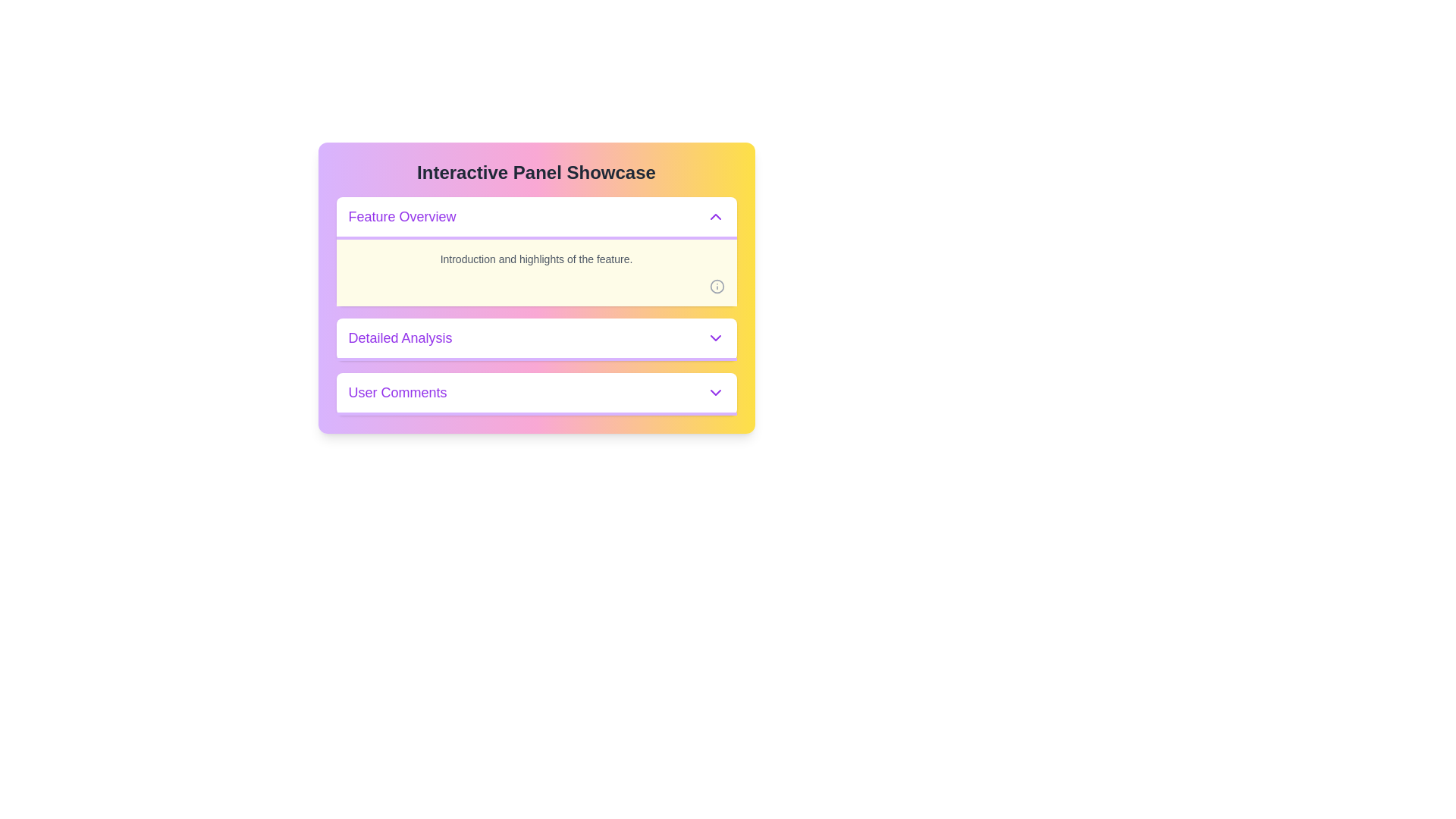  I want to click on the Label that serves as a title for a collapsible section for user comments, located in the bottom area of a vertically-stacked panel, so click(397, 391).